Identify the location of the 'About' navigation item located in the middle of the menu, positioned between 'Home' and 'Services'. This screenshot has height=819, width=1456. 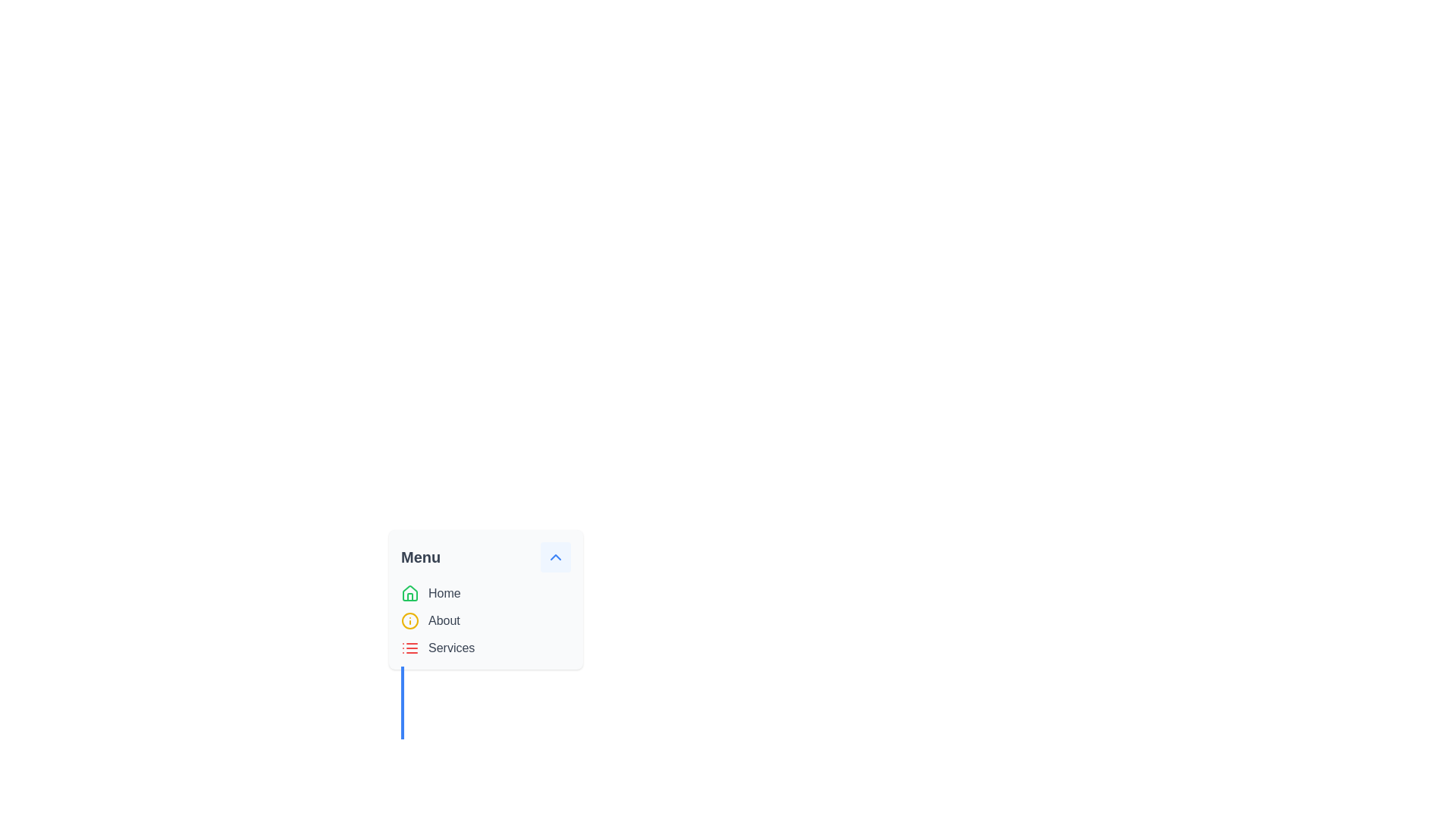
(486, 620).